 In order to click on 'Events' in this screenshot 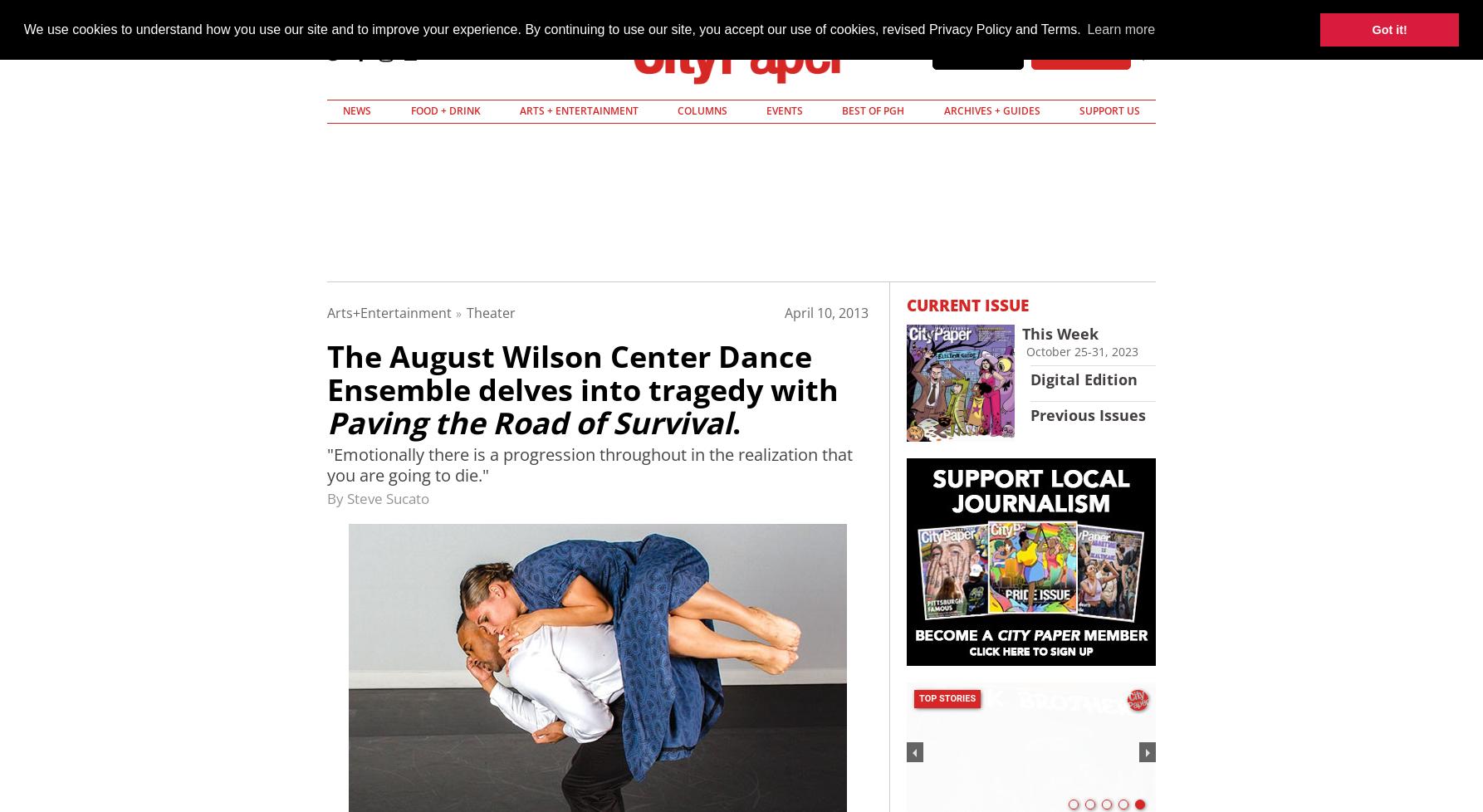, I will do `click(766, 110)`.